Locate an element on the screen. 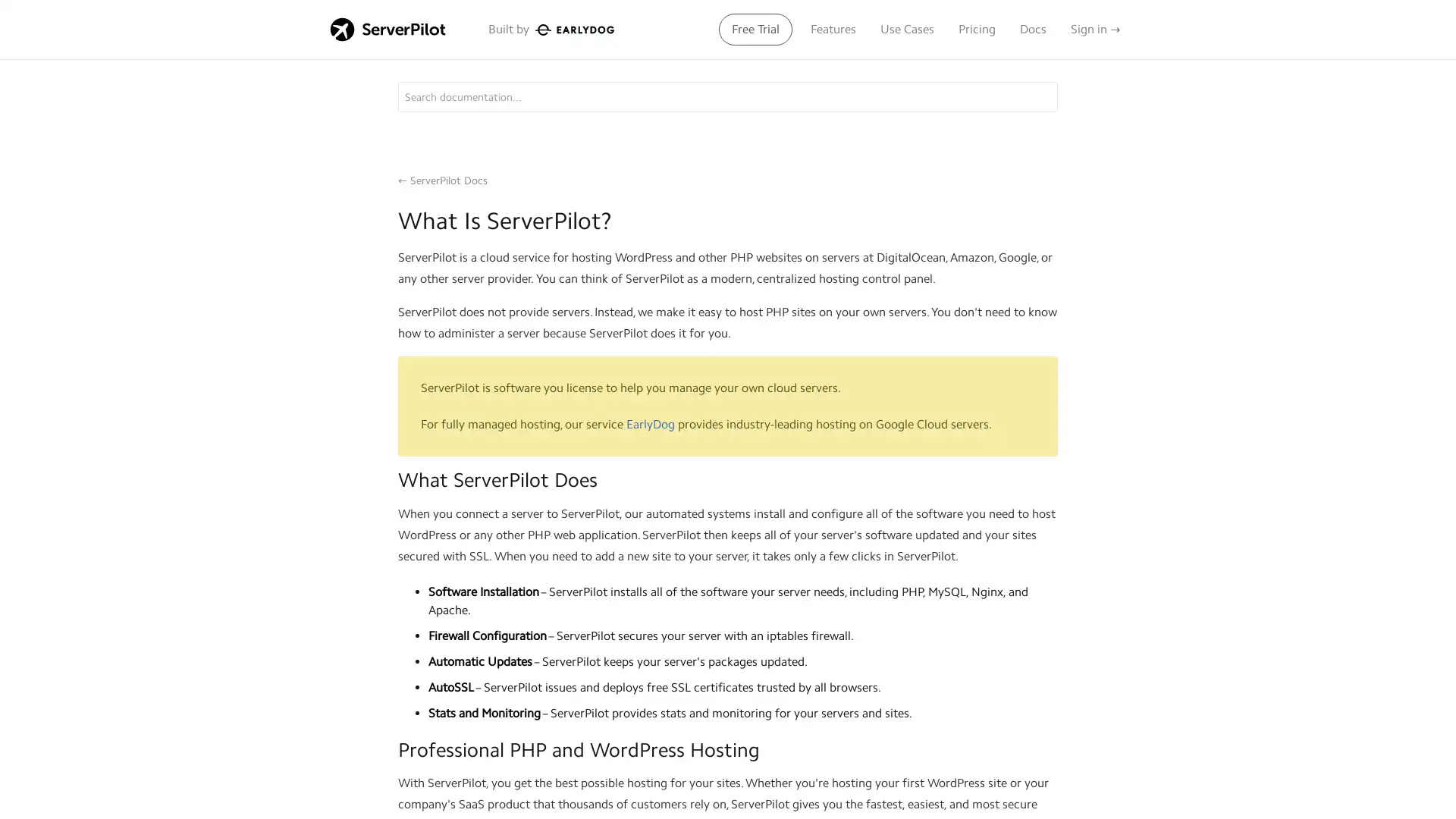 This screenshot has height=819, width=1456. Free Trial is located at coordinates (755, 29).